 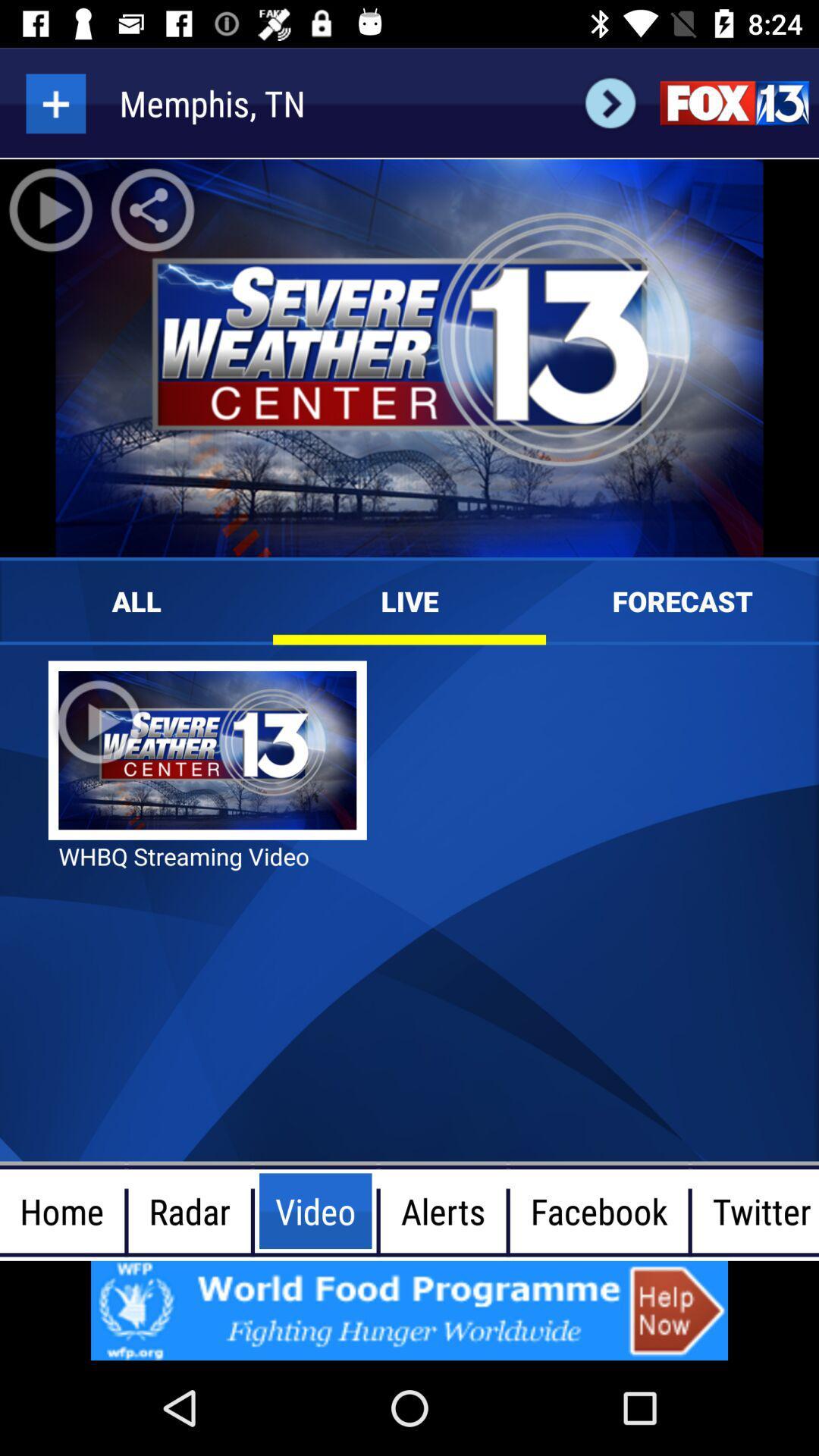 What do you see at coordinates (733, 102) in the screenshot?
I see `fox 13 site` at bounding box center [733, 102].